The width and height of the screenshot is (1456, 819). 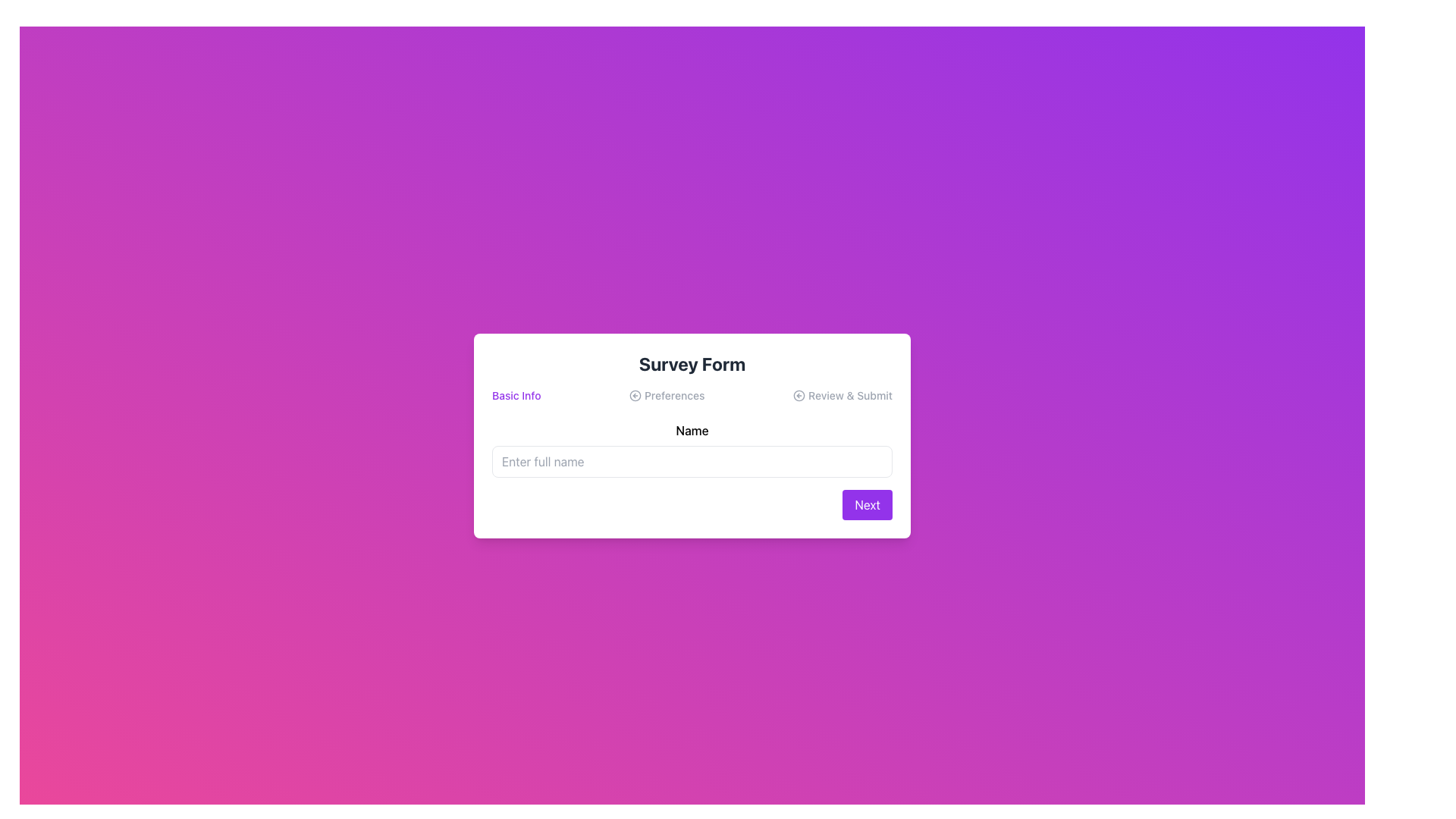 I want to click on the circular arrow icon that is positioned to the left of 'Review & Submit' text in the form header, so click(x=799, y=394).